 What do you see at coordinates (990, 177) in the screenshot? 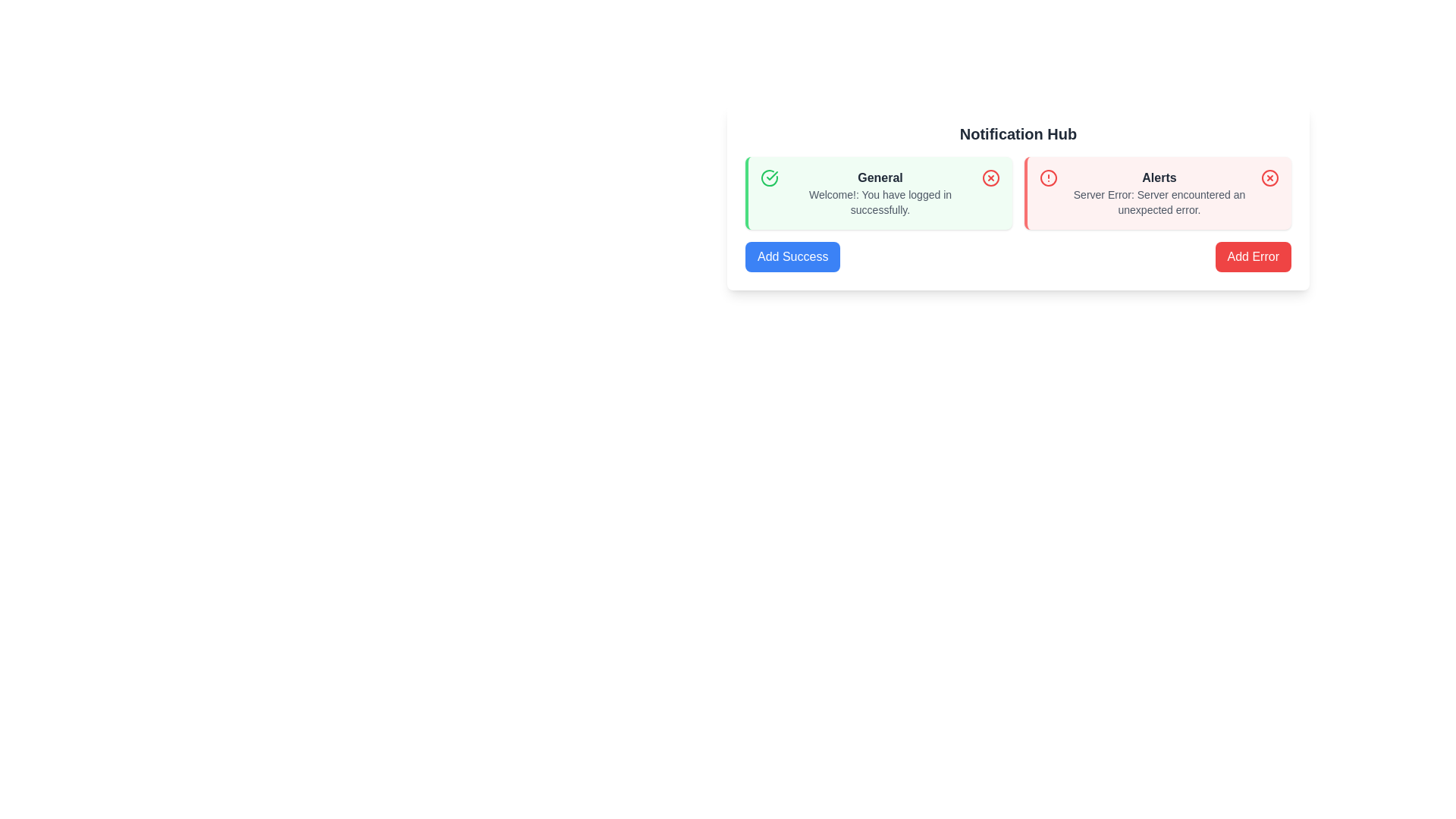
I see `the graphical indicator icon located at the center of the 'General' notification card, adjacent to the text block labeled 'General'` at bounding box center [990, 177].